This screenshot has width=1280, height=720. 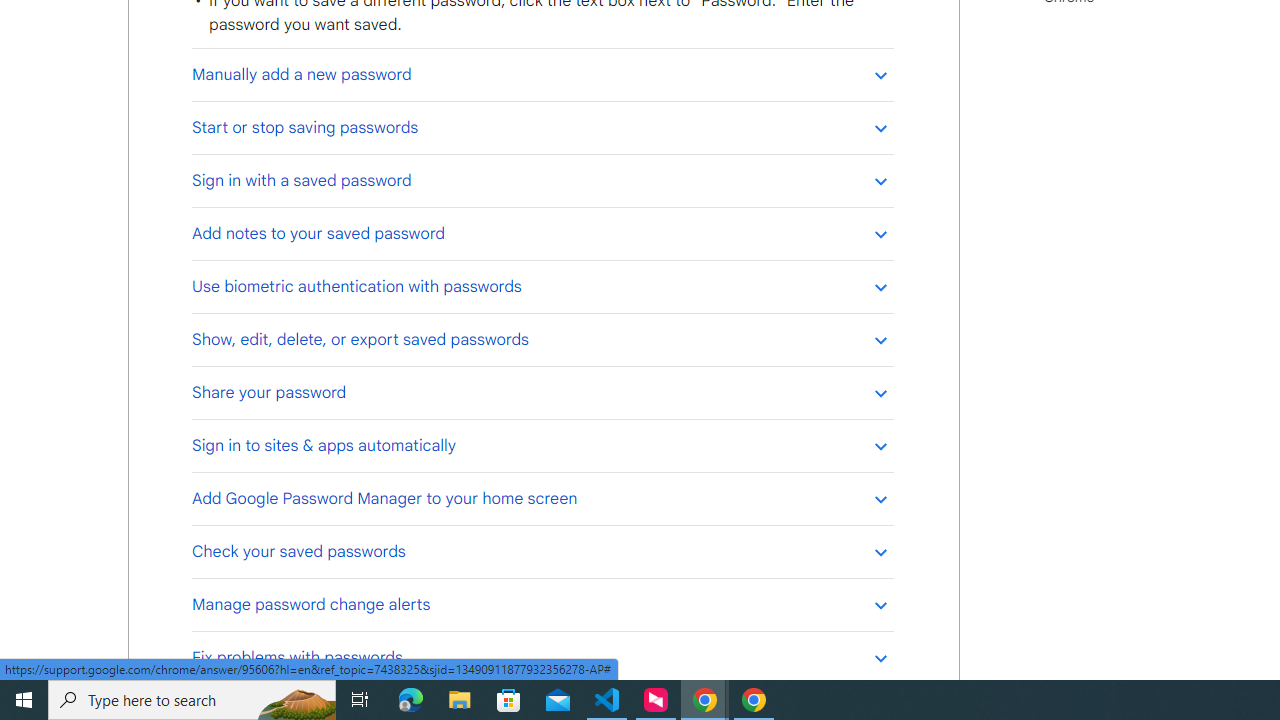 I want to click on 'Share your password', so click(x=542, y=392).